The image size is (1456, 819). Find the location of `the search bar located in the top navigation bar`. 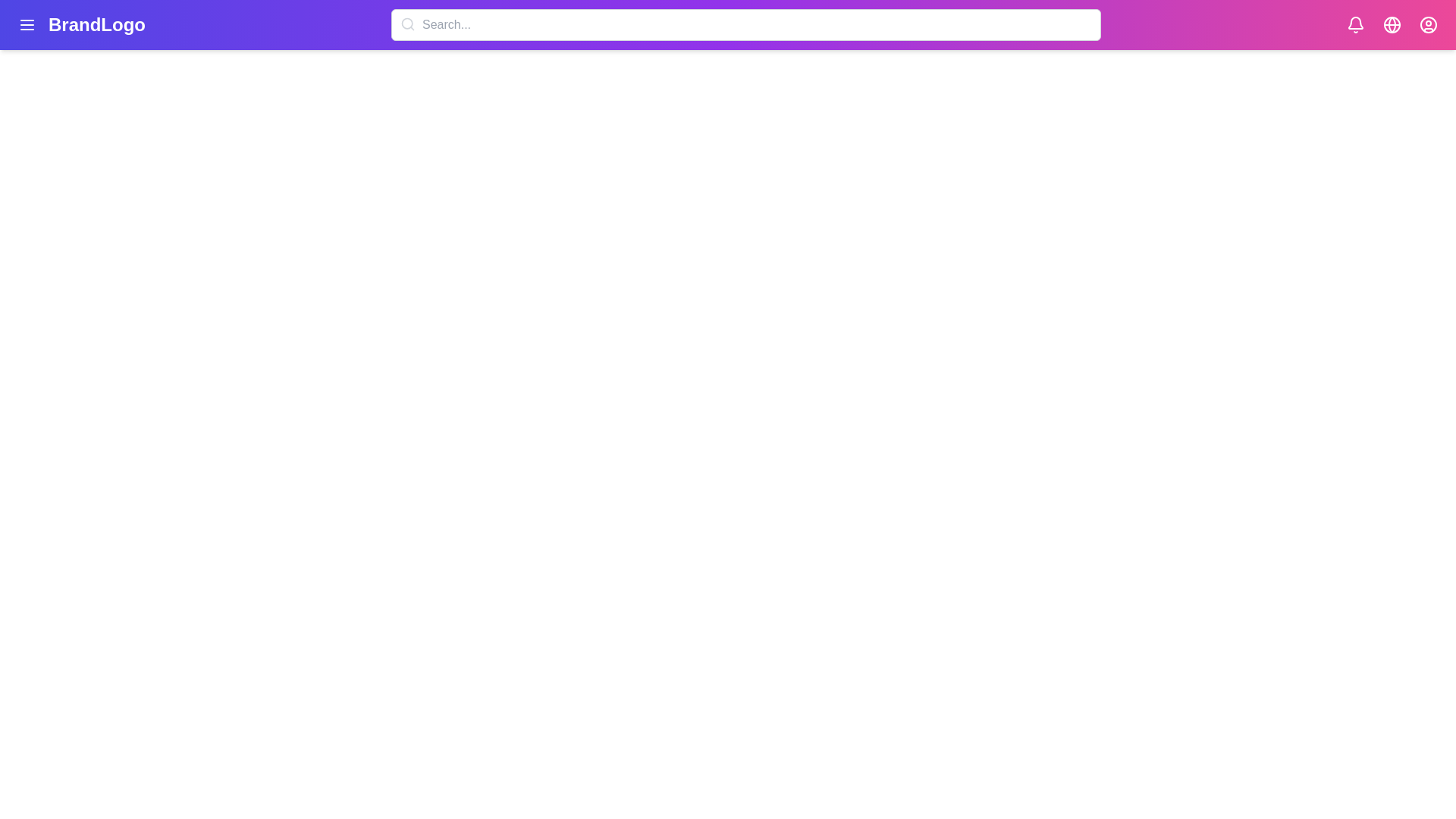

the search bar located in the top navigation bar is located at coordinates (745, 25).